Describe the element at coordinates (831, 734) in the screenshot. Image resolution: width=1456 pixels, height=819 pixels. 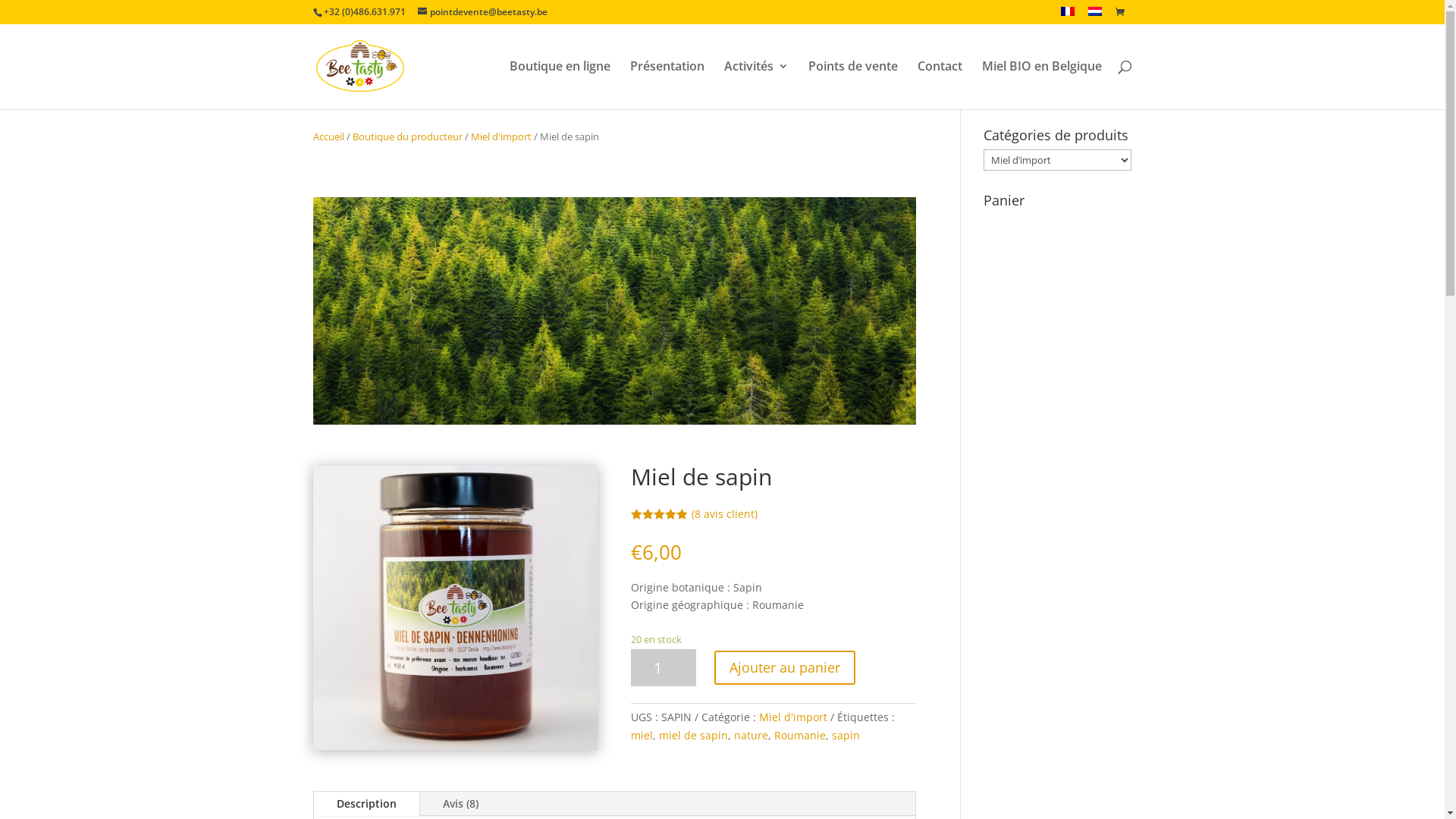
I see `'sapin'` at that location.